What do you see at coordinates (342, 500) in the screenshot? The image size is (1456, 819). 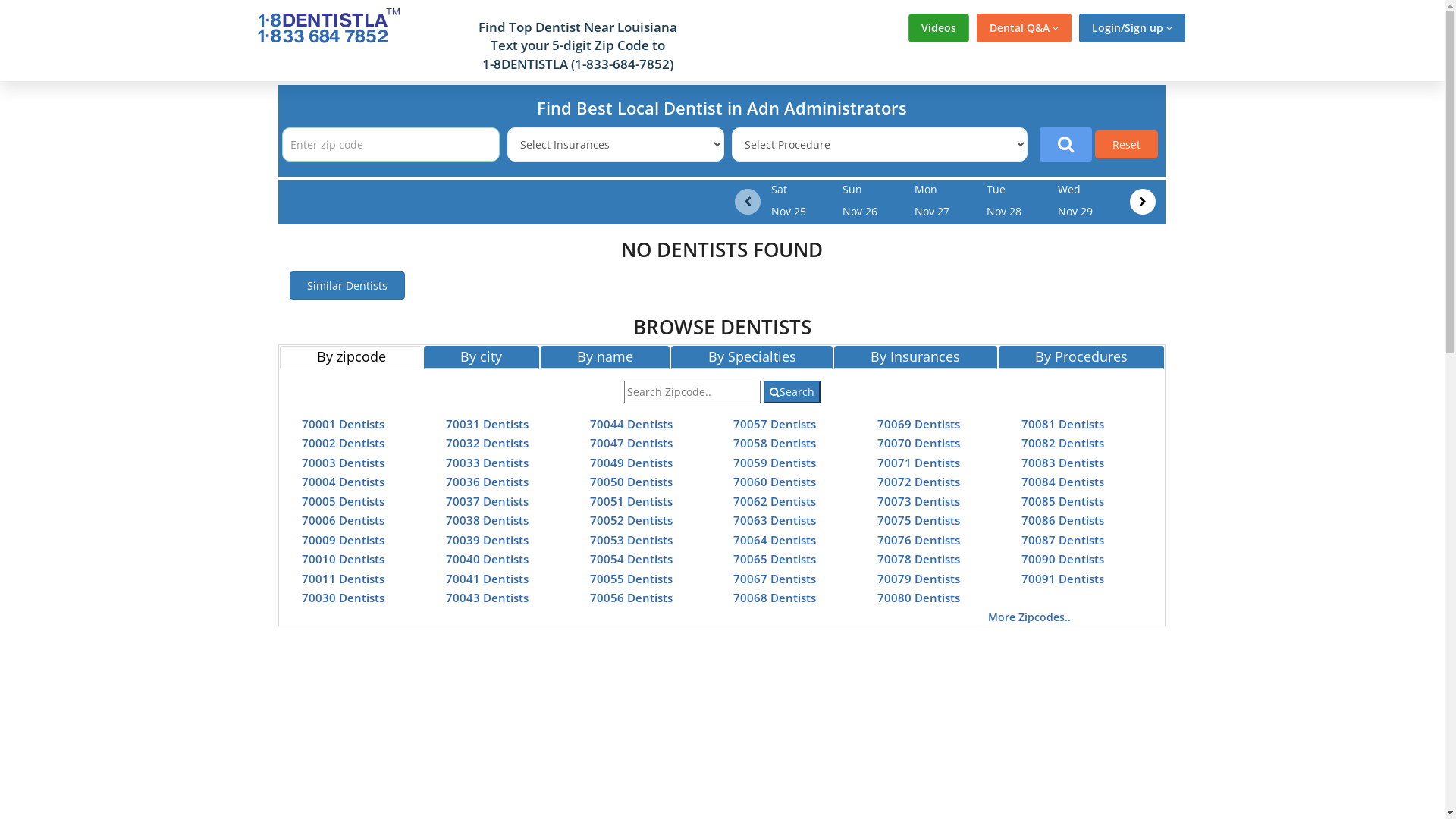 I see `'70005 Dentists'` at bounding box center [342, 500].